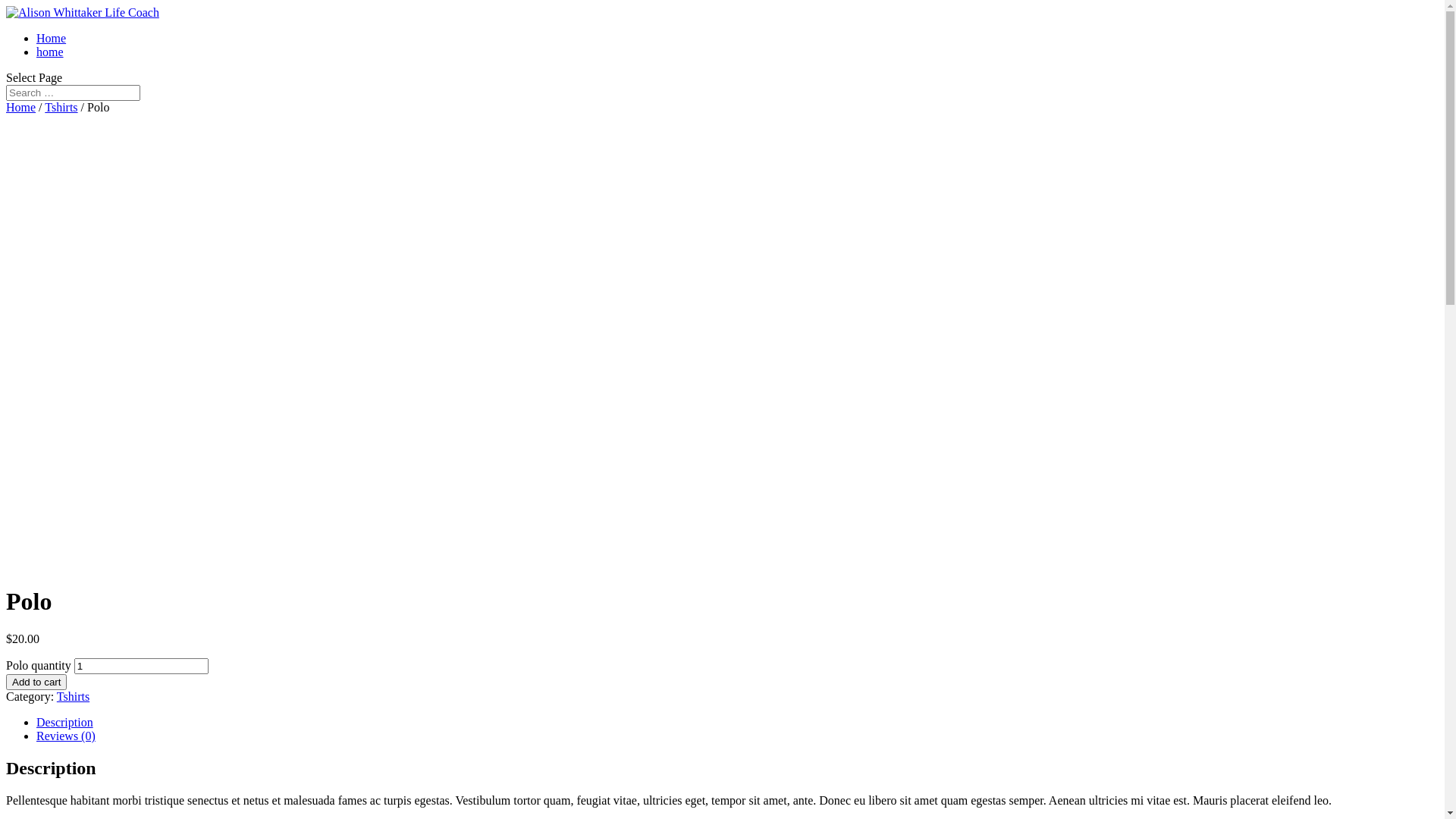  Describe the element at coordinates (72, 696) in the screenshot. I see `'Tshirts'` at that location.